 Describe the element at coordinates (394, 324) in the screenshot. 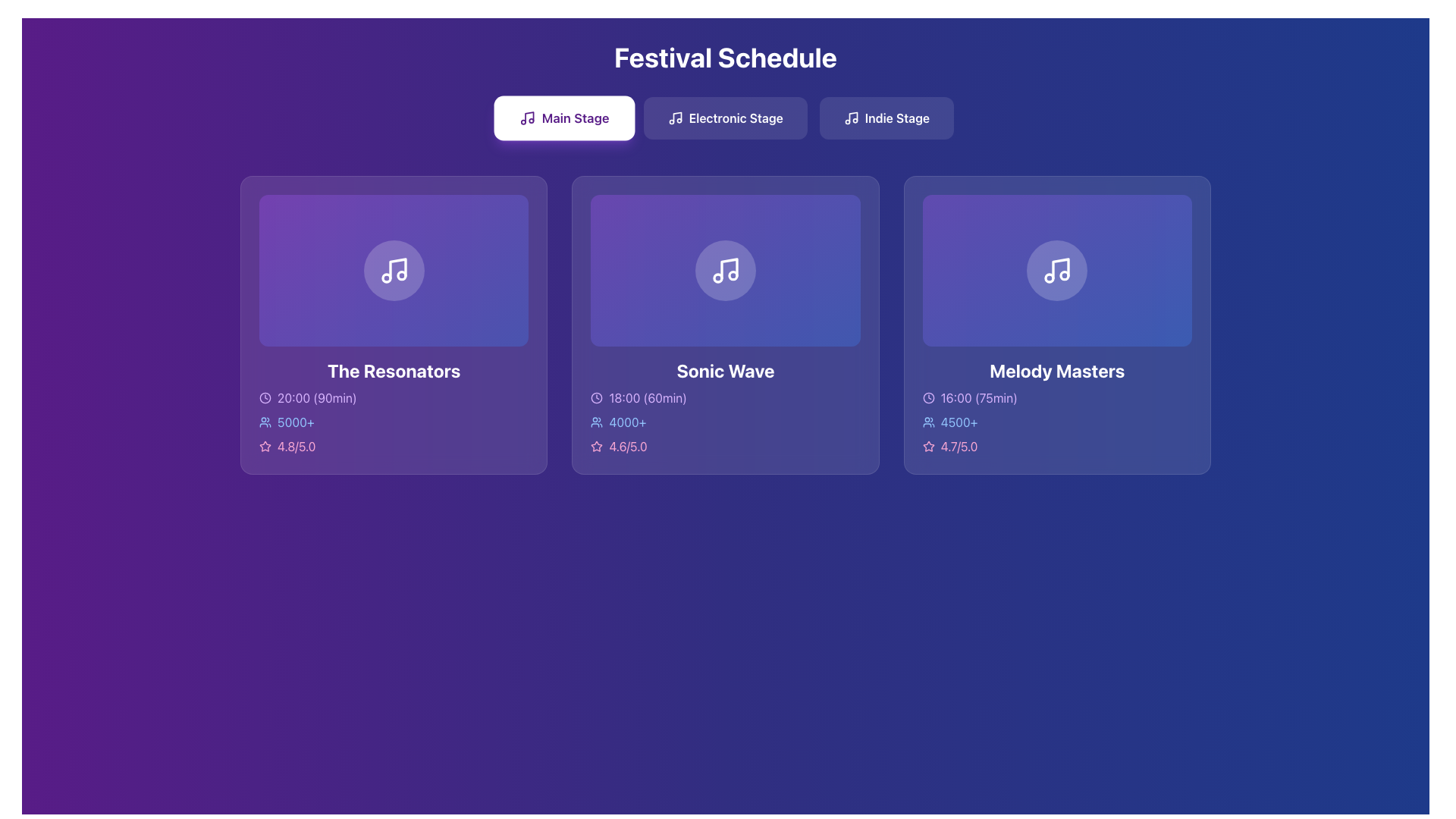

I see `the first Informational Card in the 'Main Stage' category of the 'Festival Schedule', which displays details about a specific event` at that location.